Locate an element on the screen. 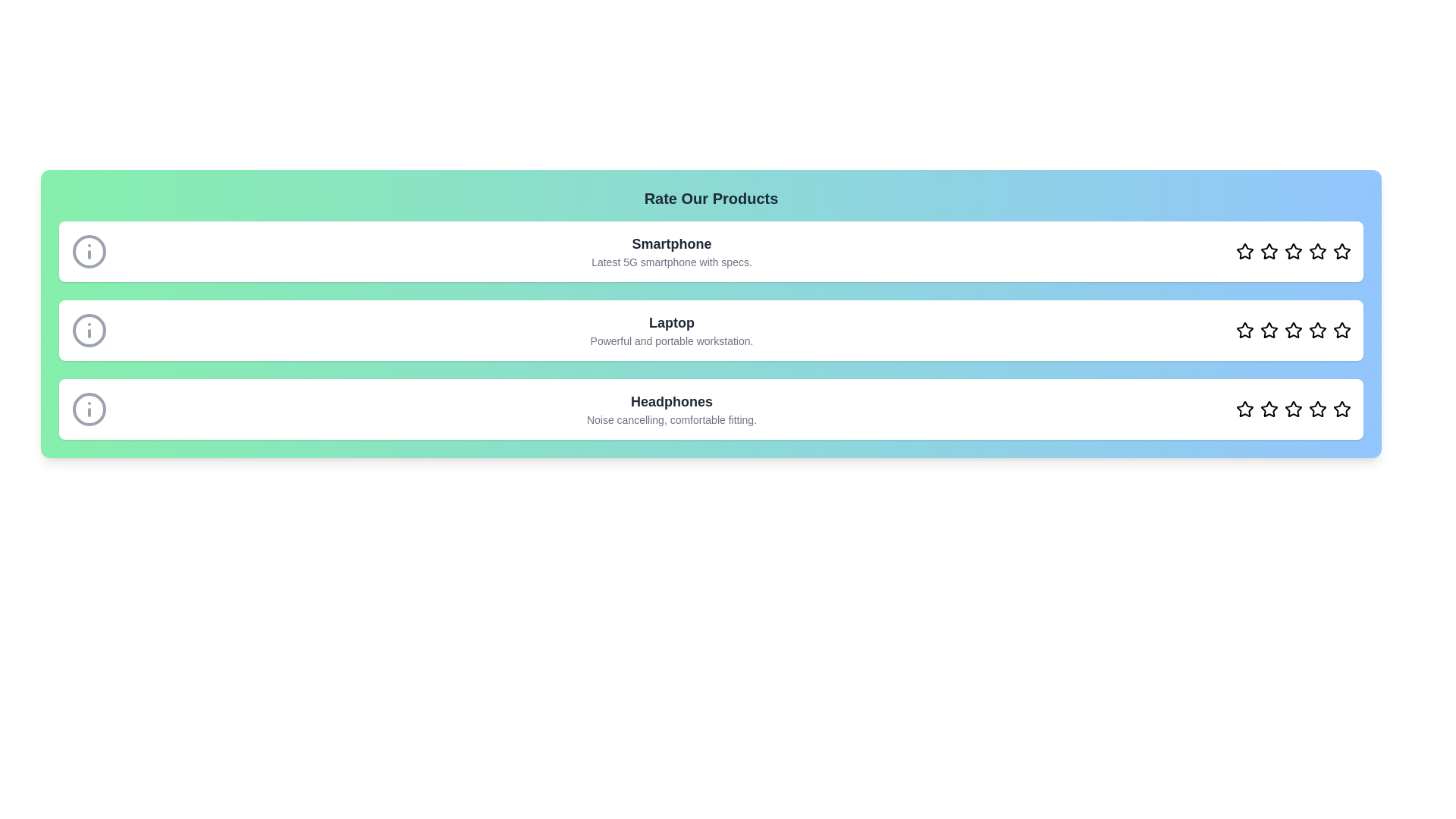  the 'Laptop' text label, which is prominently displayed in bold and enlarged font is located at coordinates (671, 322).